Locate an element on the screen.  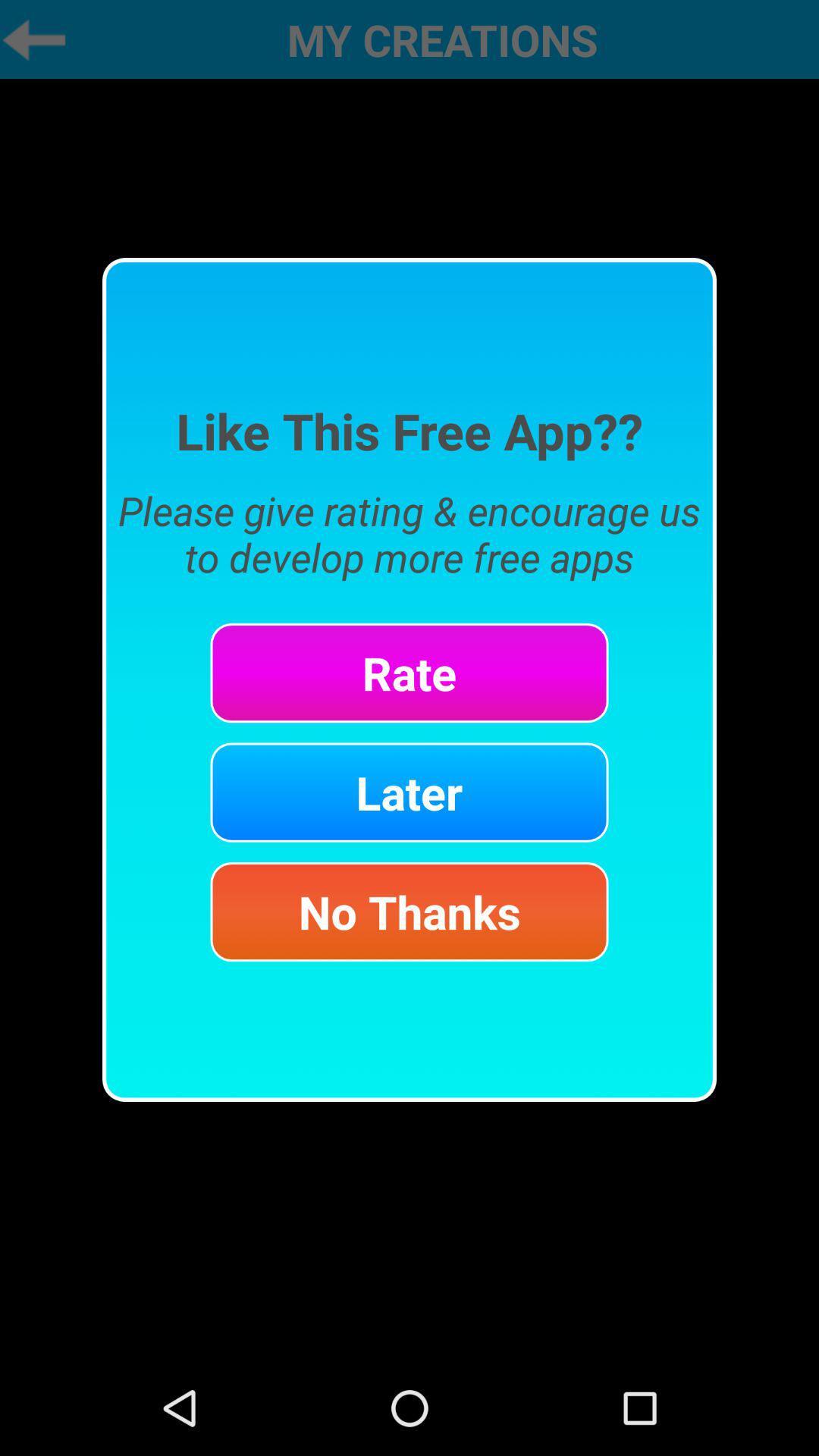
icon above the later icon is located at coordinates (409, 672).